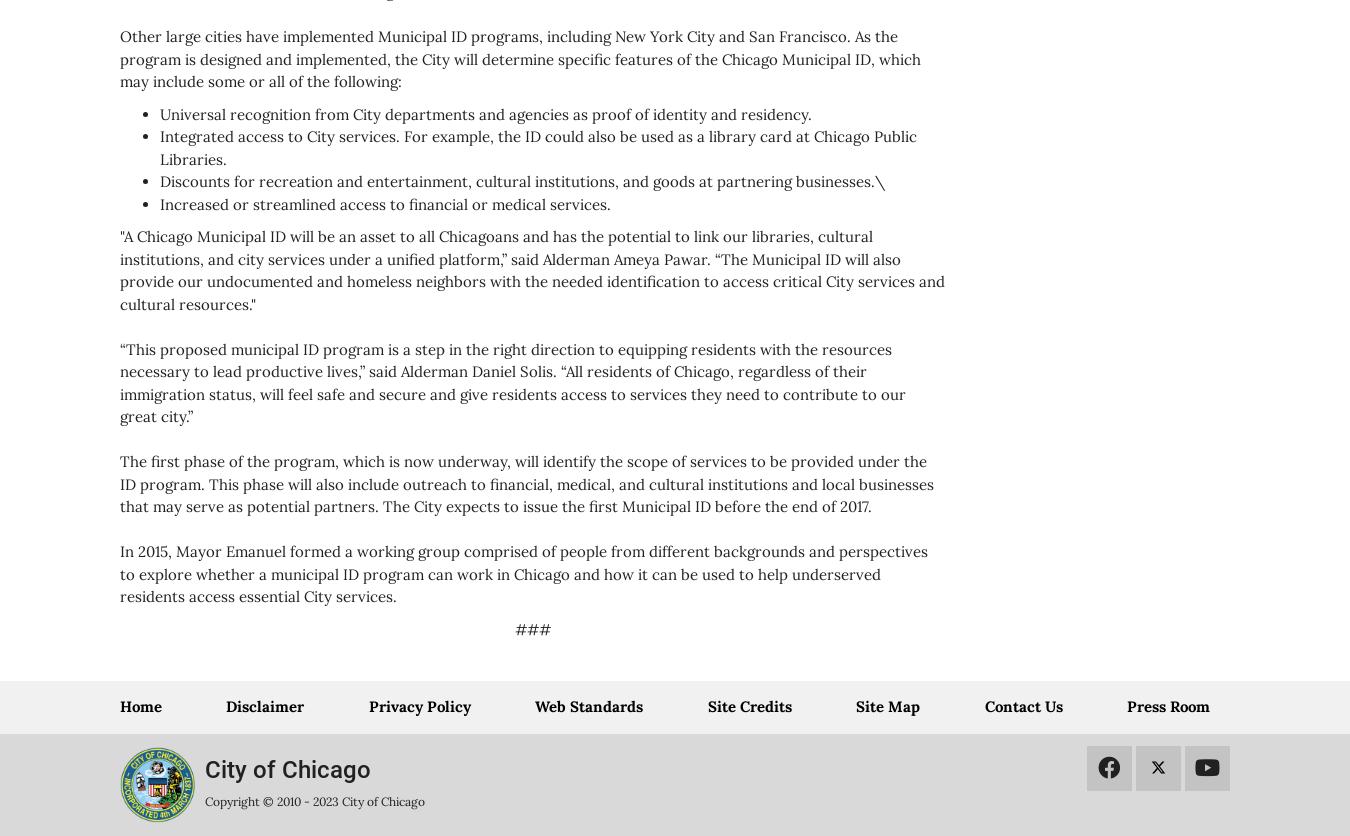 This screenshot has height=836, width=1350. I want to click on 'Disclaimer', so click(264, 706).